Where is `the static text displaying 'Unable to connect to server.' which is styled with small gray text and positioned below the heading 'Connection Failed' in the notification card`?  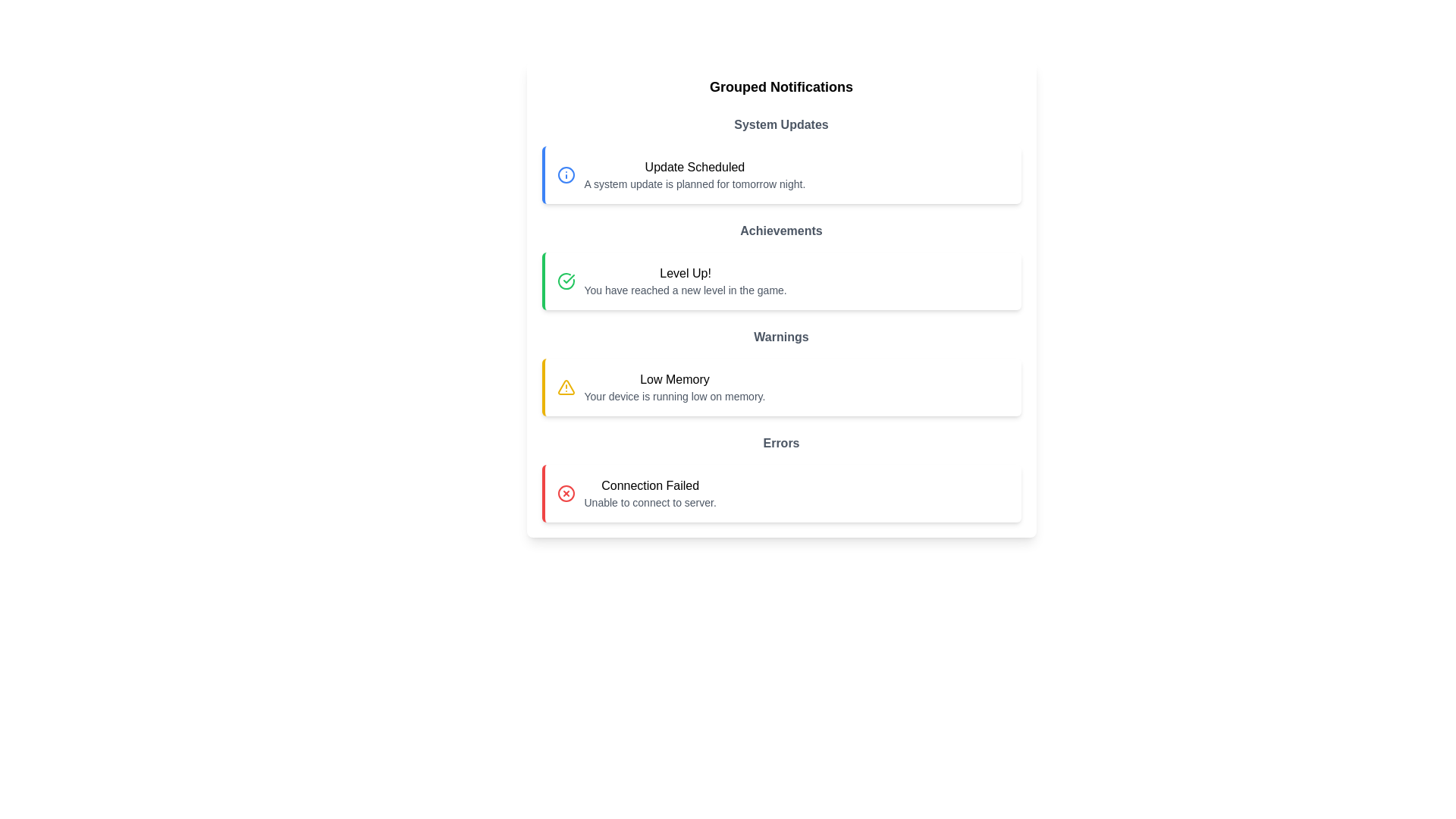
the static text displaying 'Unable to connect to server.' which is styled with small gray text and positioned below the heading 'Connection Failed' in the notification card is located at coordinates (650, 503).